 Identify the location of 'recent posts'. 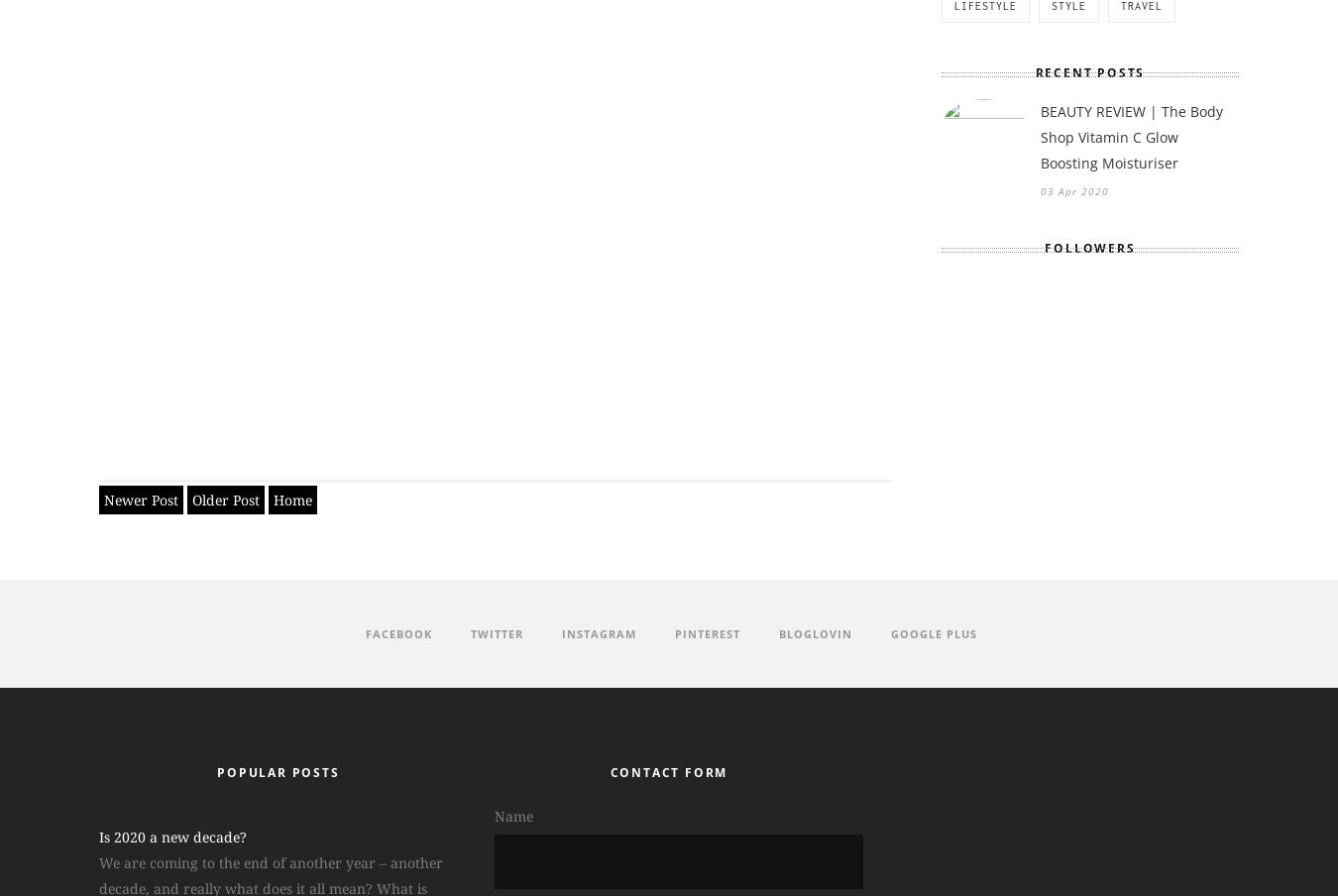
(1089, 71).